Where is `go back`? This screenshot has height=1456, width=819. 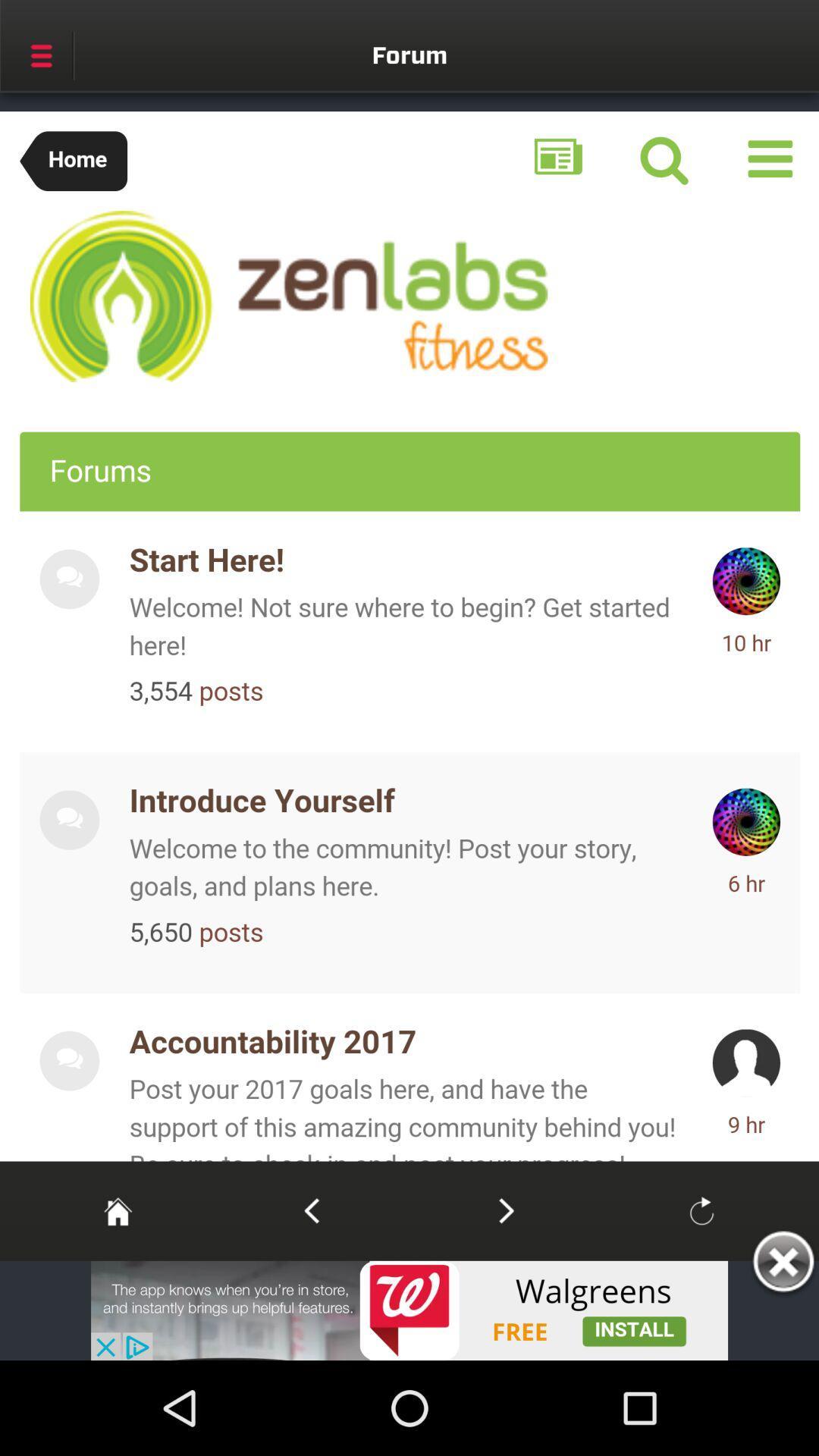
go back is located at coordinates (311, 1210).